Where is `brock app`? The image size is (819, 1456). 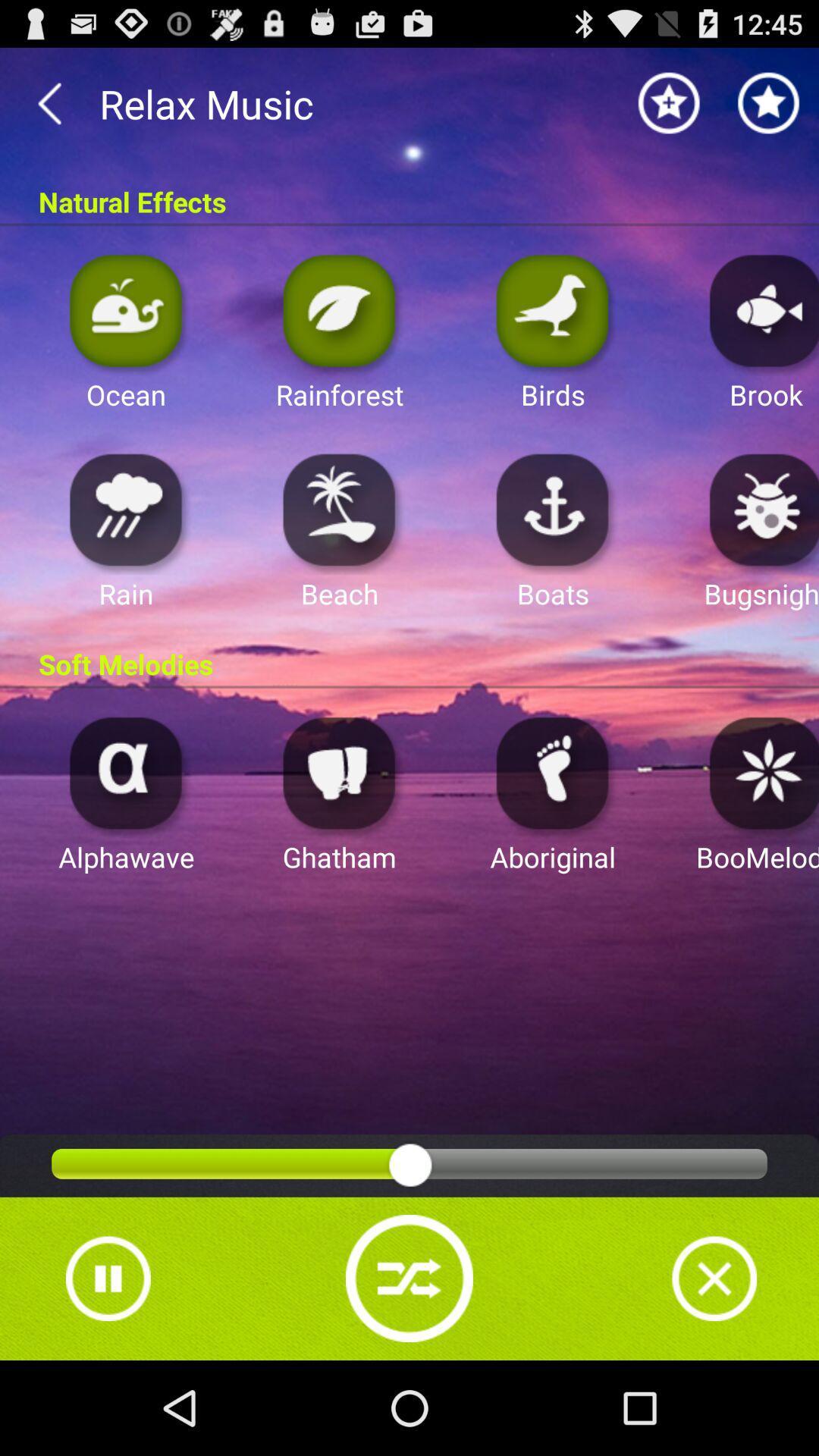 brock app is located at coordinates (760, 309).